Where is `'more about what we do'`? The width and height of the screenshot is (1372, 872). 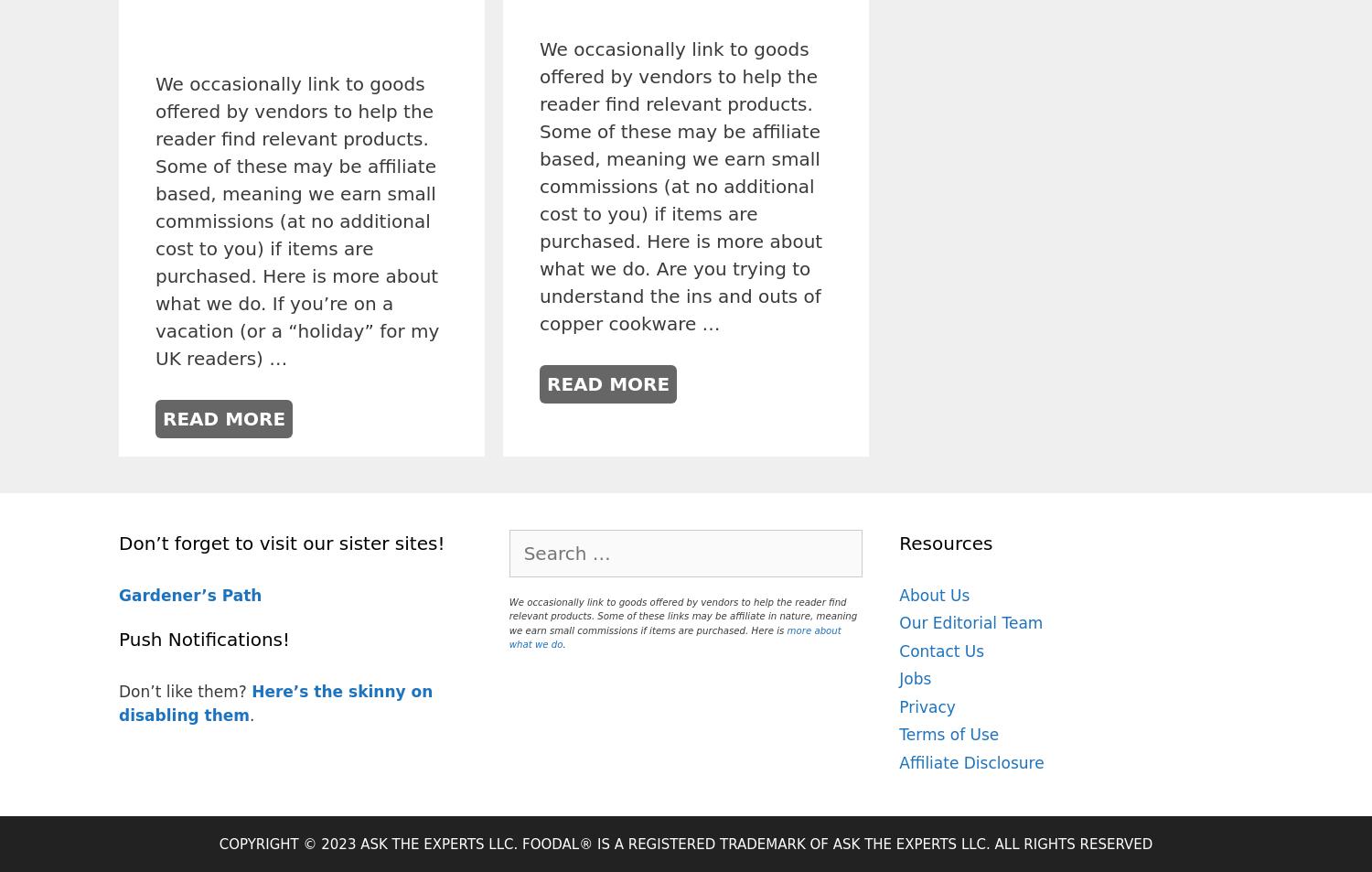 'more about what we do' is located at coordinates (673, 636).